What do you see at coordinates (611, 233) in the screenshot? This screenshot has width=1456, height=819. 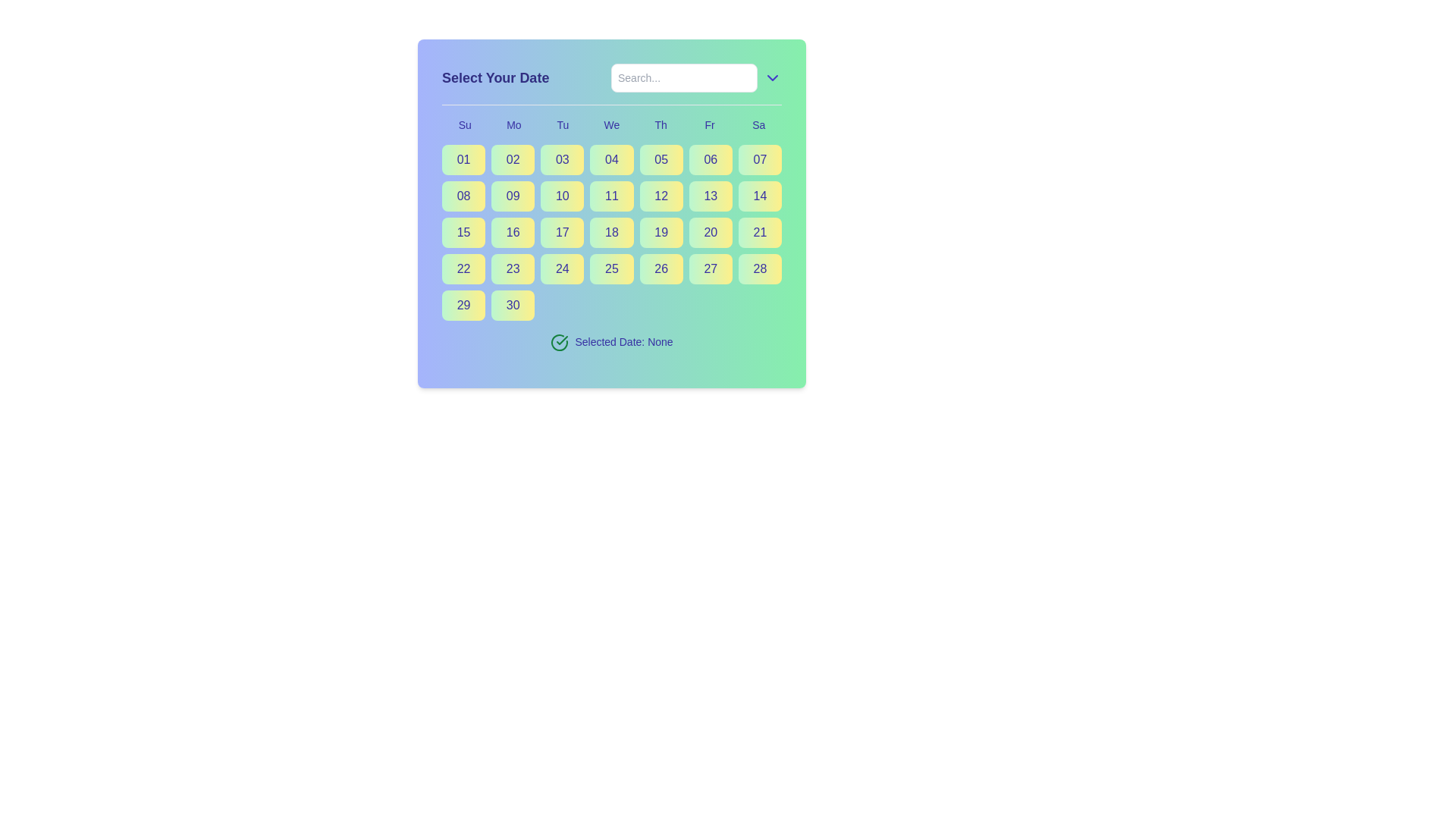 I see `the button labeled '18' which is the fourth button in the third row of a grid layout` at bounding box center [611, 233].